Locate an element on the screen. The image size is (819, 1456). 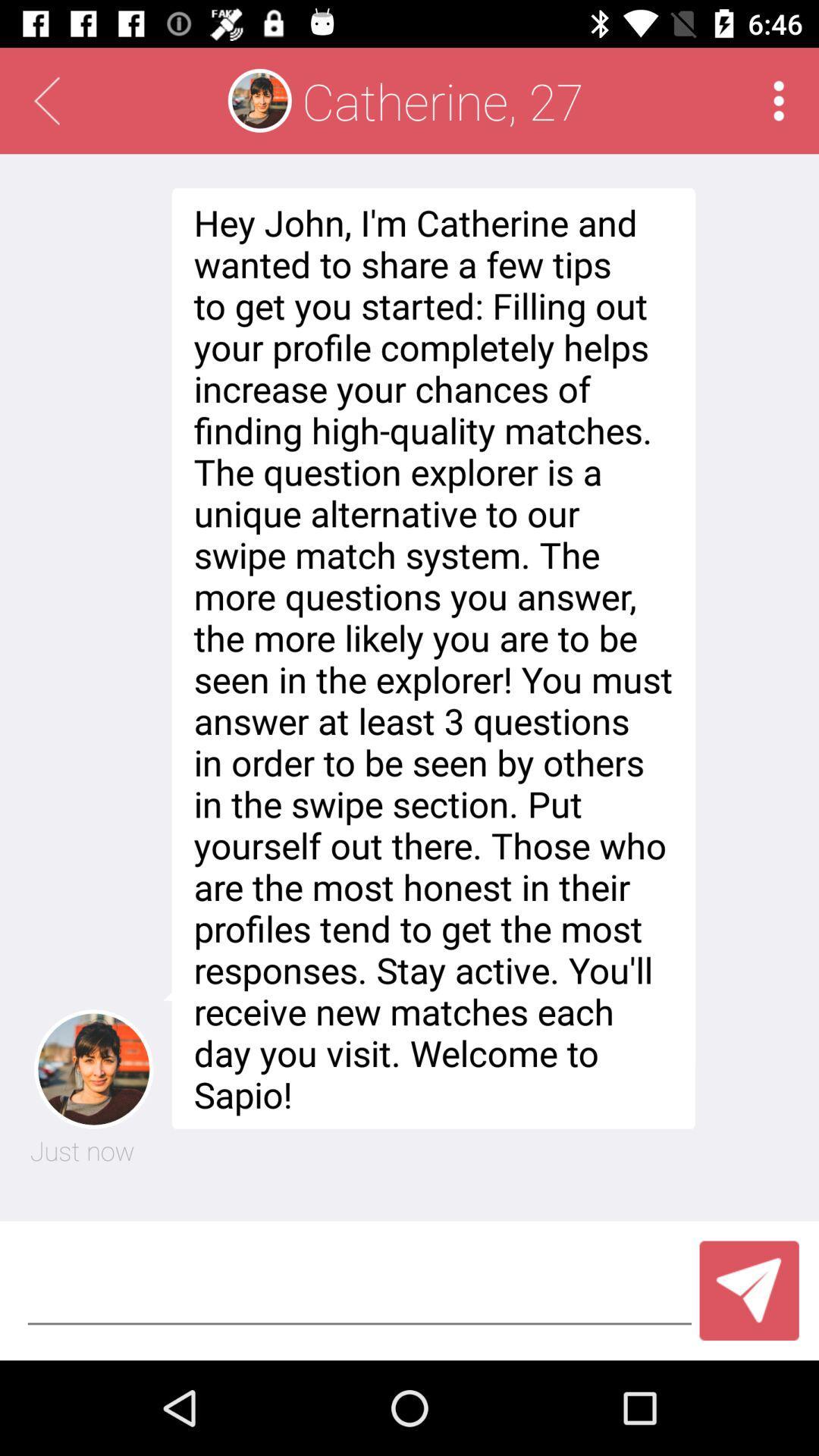
the more icon is located at coordinates (779, 100).